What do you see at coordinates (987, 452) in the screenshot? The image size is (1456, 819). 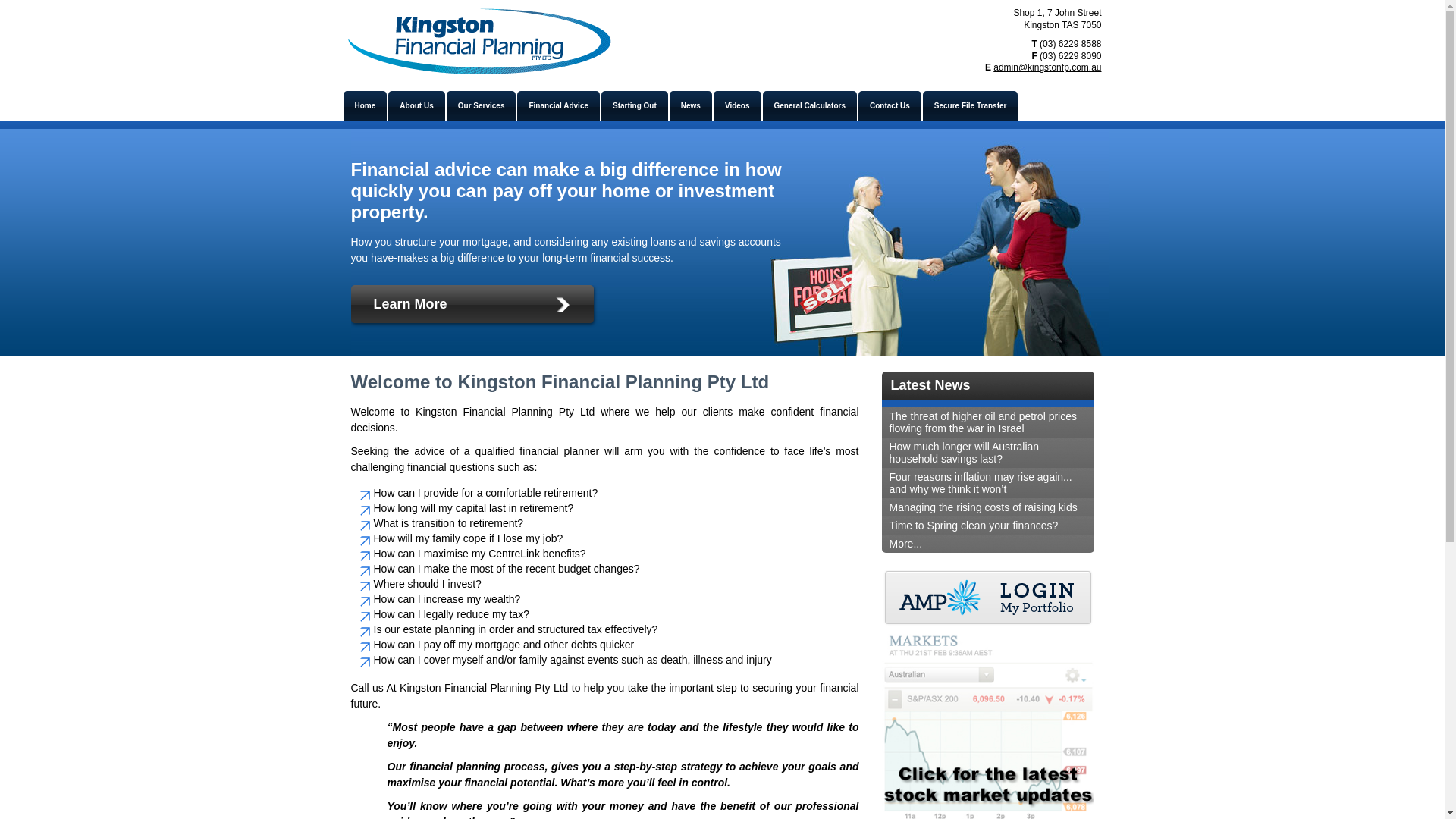 I see `'How much longer will Australian household savings last?'` at bounding box center [987, 452].